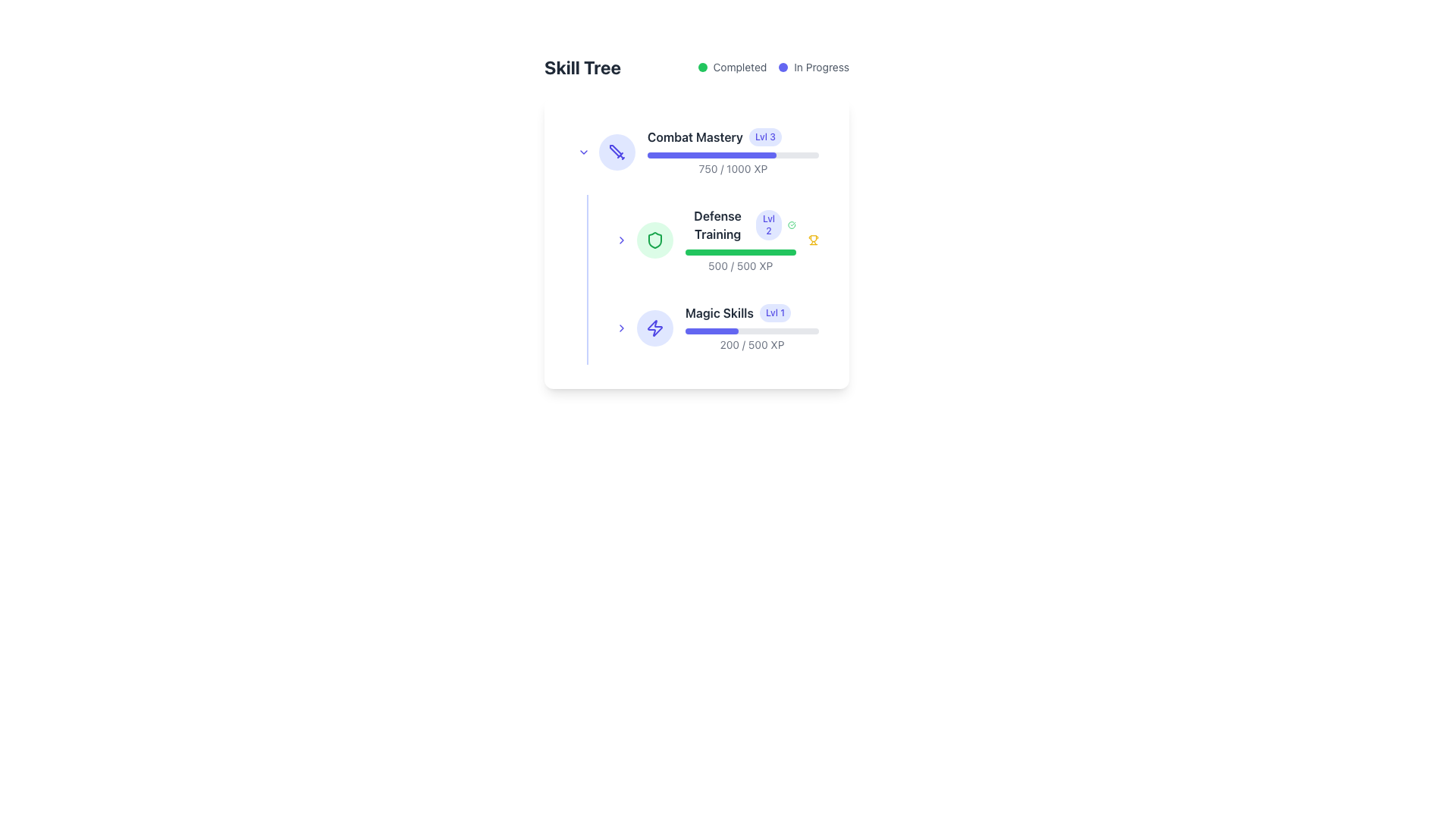  What do you see at coordinates (717, 225) in the screenshot?
I see `bold, dark-gray text label that states 'Defense Training' to identify the skill name` at bounding box center [717, 225].